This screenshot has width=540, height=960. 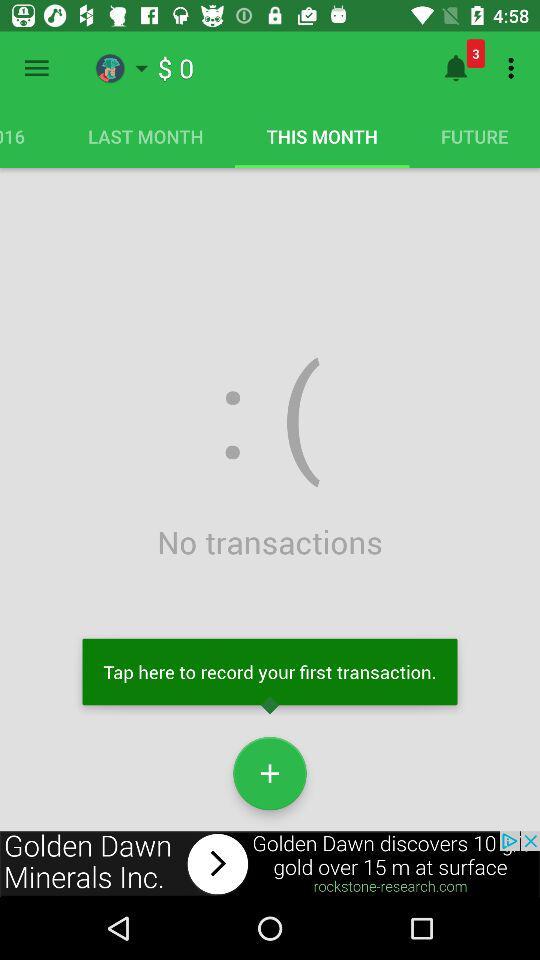 What do you see at coordinates (270, 863) in the screenshot?
I see `advertisement banner` at bounding box center [270, 863].